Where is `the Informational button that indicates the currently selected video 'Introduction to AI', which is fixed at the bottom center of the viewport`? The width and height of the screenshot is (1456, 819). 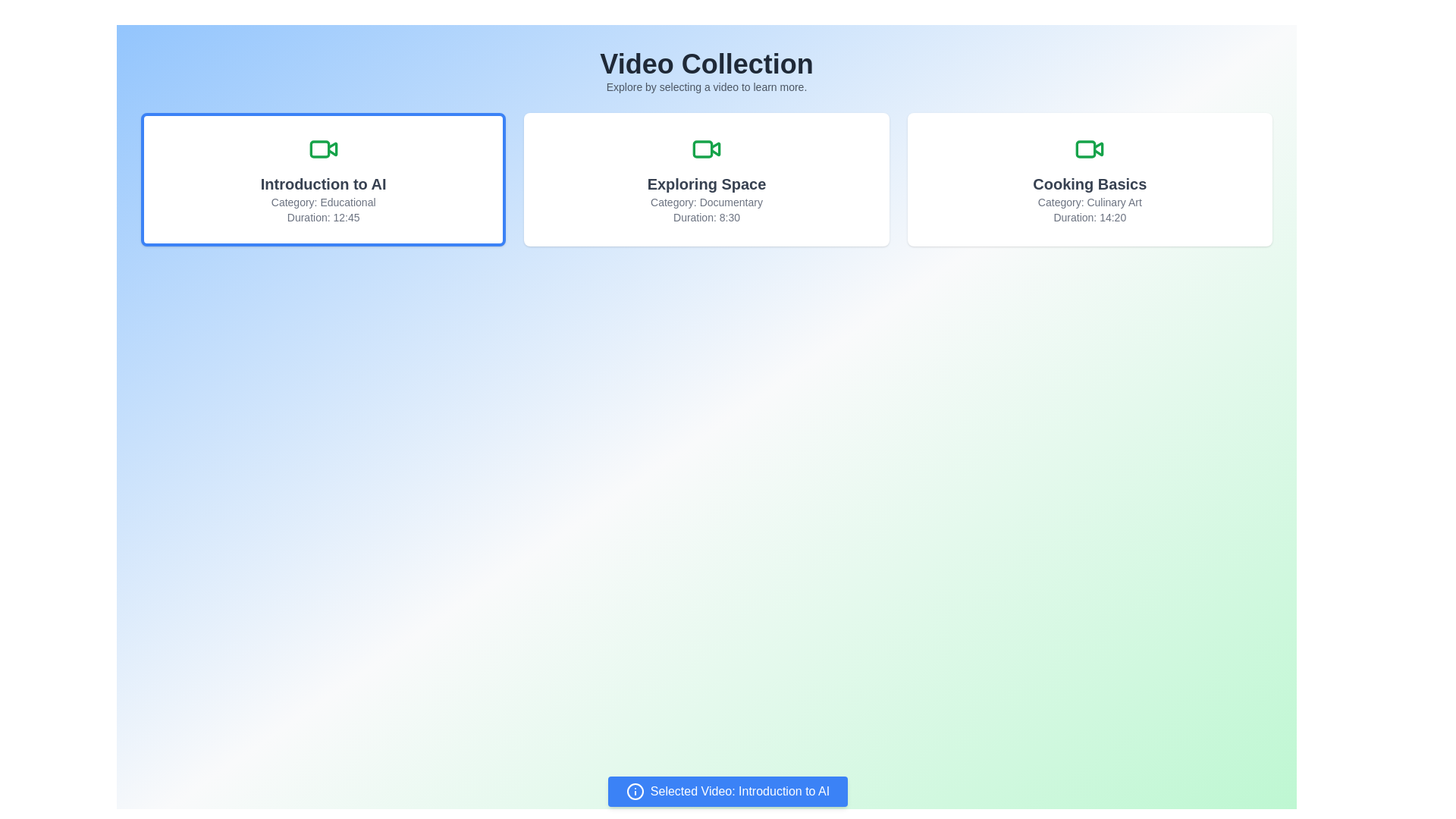 the Informational button that indicates the currently selected video 'Introduction to AI', which is fixed at the bottom center of the viewport is located at coordinates (728, 791).